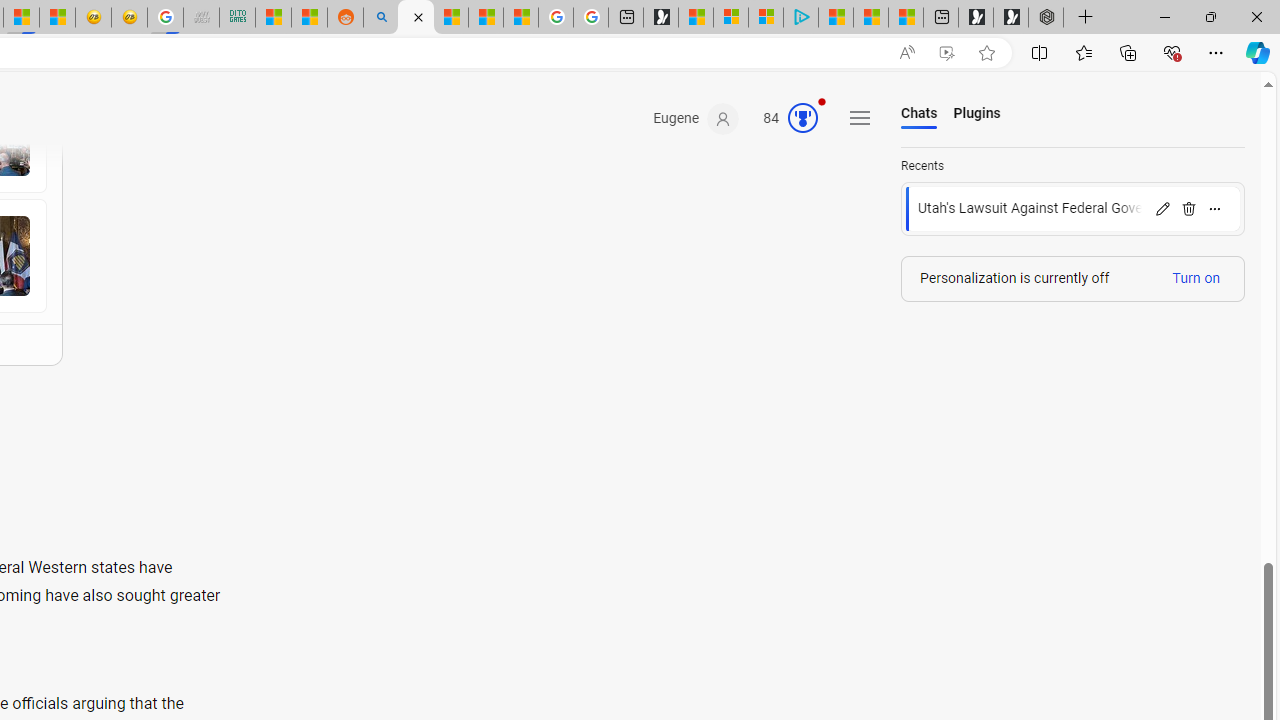 The height and width of the screenshot is (720, 1280). What do you see at coordinates (783, 119) in the screenshot?
I see `'Microsoft Rewards 84'` at bounding box center [783, 119].